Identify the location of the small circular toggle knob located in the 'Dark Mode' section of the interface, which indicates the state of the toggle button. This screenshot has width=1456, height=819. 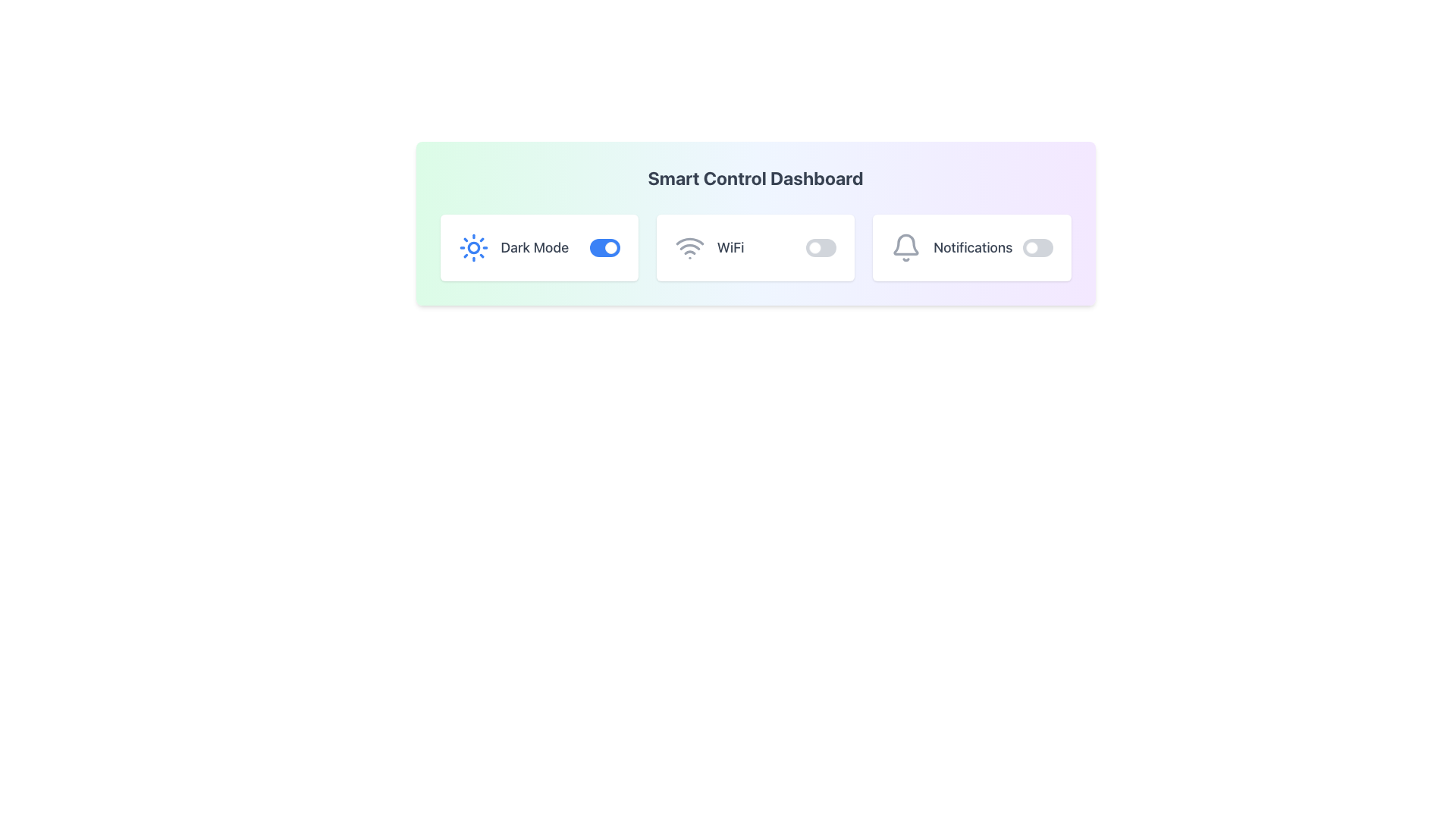
(610, 247).